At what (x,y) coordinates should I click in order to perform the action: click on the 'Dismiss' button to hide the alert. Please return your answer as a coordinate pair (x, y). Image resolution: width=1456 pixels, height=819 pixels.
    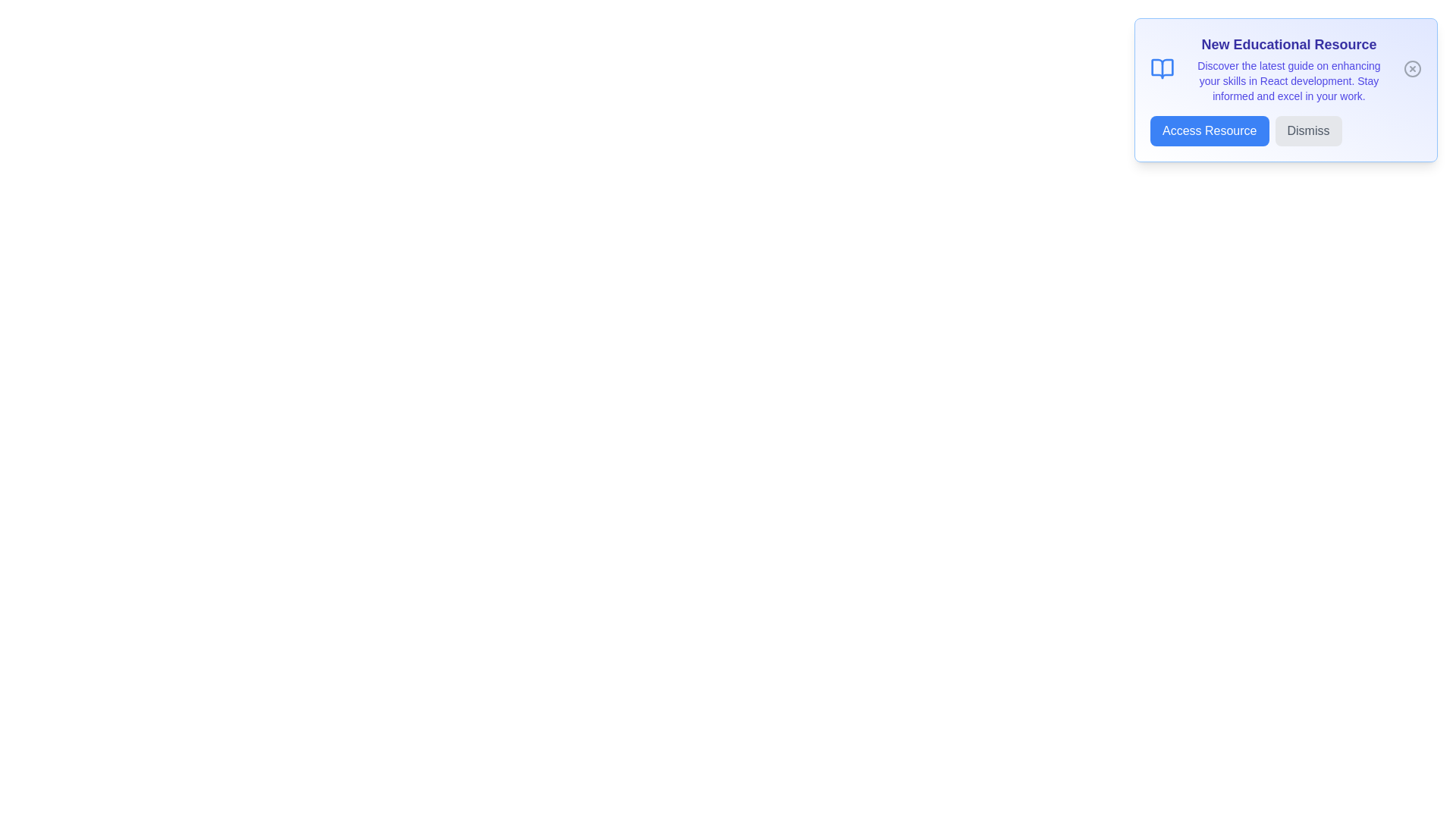
    Looking at the image, I should click on (1307, 130).